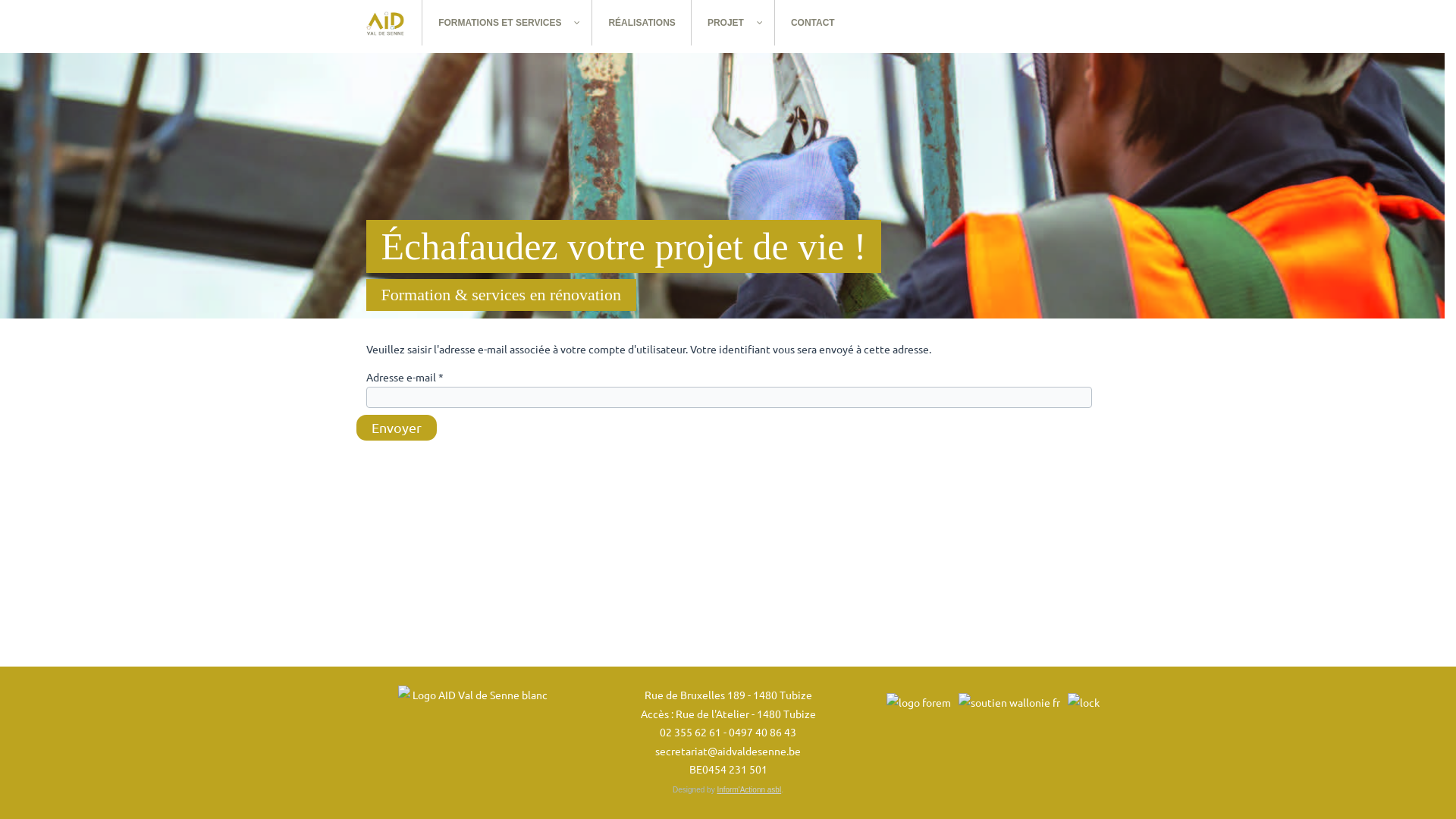 The height and width of the screenshot is (819, 1456). What do you see at coordinates (728, 748) in the screenshot?
I see `'secretariat@aidvaldesenne.be'` at bounding box center [728, 748].